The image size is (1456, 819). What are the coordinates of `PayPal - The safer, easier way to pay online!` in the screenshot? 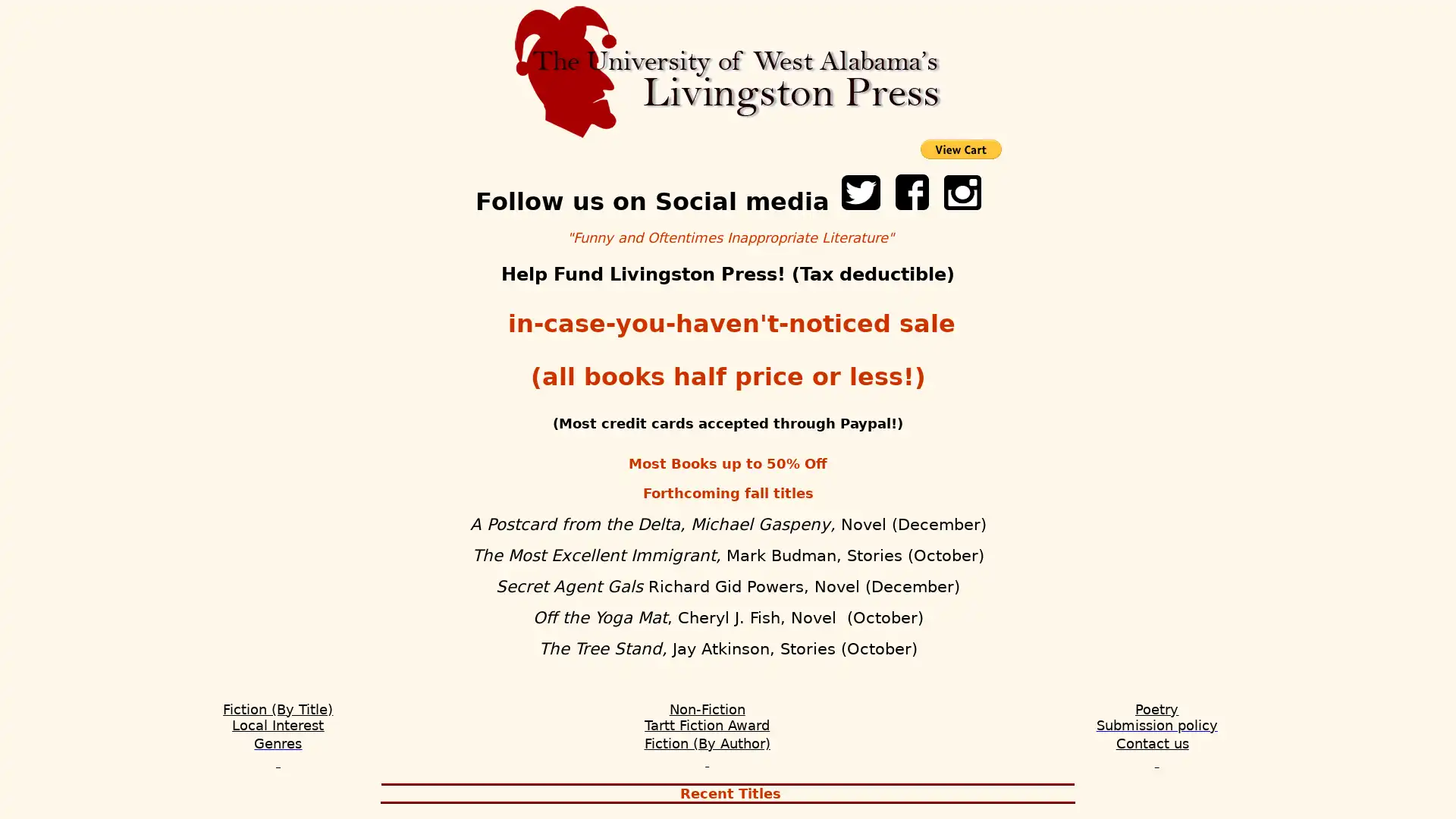 It's located at (959, 149).